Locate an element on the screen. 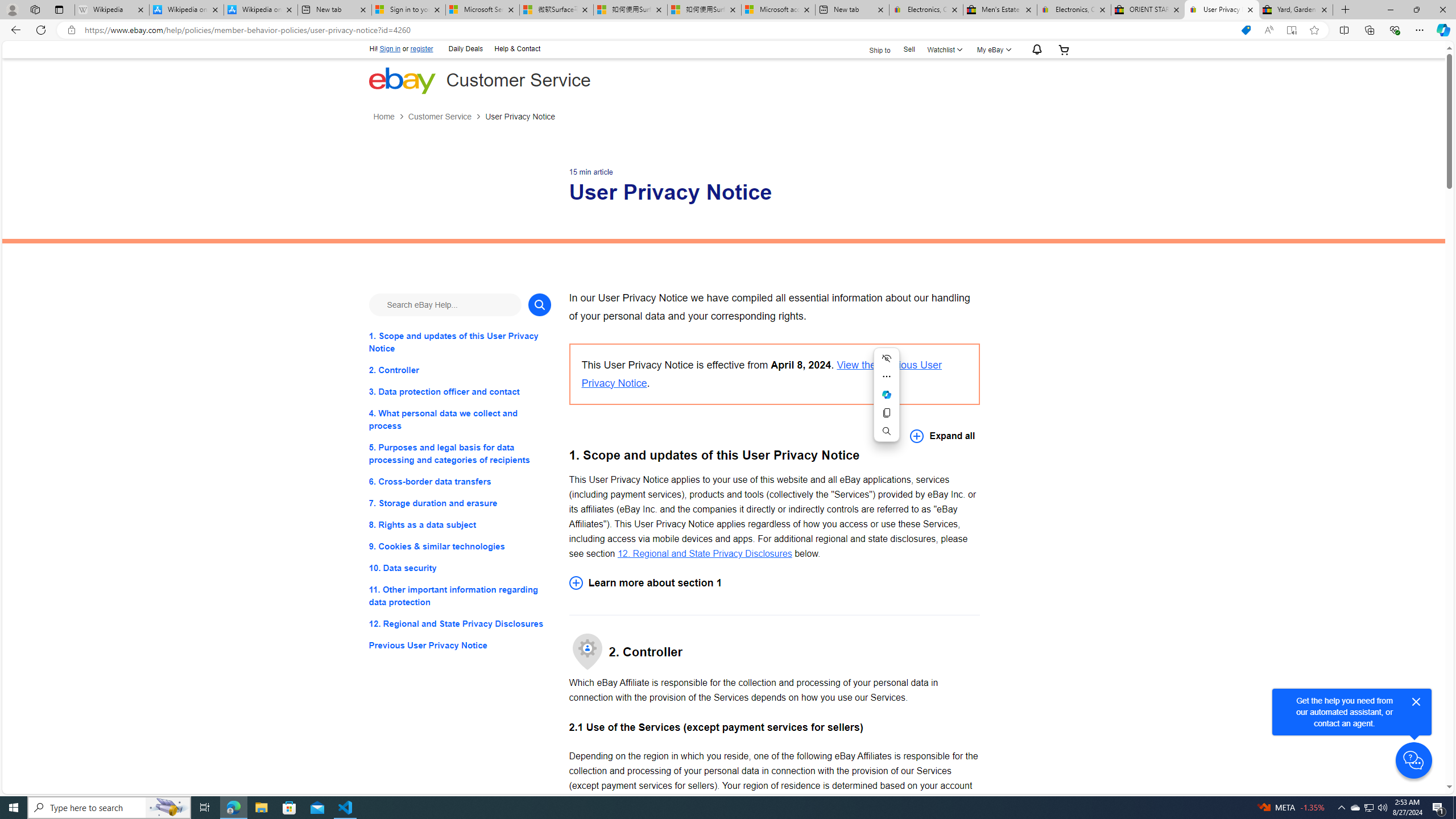 This screenshot has width=1456, height=819. '3. Data protection officer and contact' is located at coordinates (459, 391).